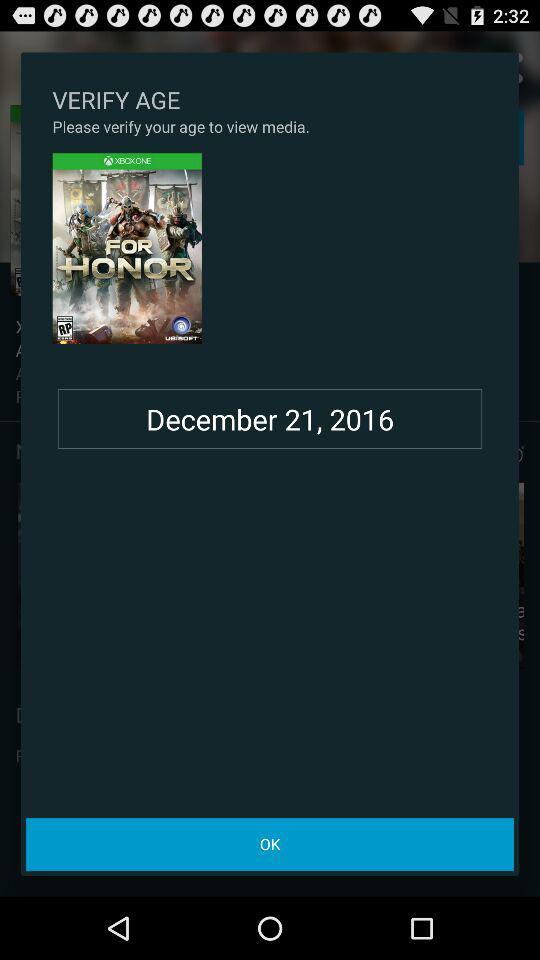 The height and width of the screenshot is (960, 540). Describe the element at coordinates (270, 418) in the screenshot. I see `the december 21, 2016 icon` at that location.